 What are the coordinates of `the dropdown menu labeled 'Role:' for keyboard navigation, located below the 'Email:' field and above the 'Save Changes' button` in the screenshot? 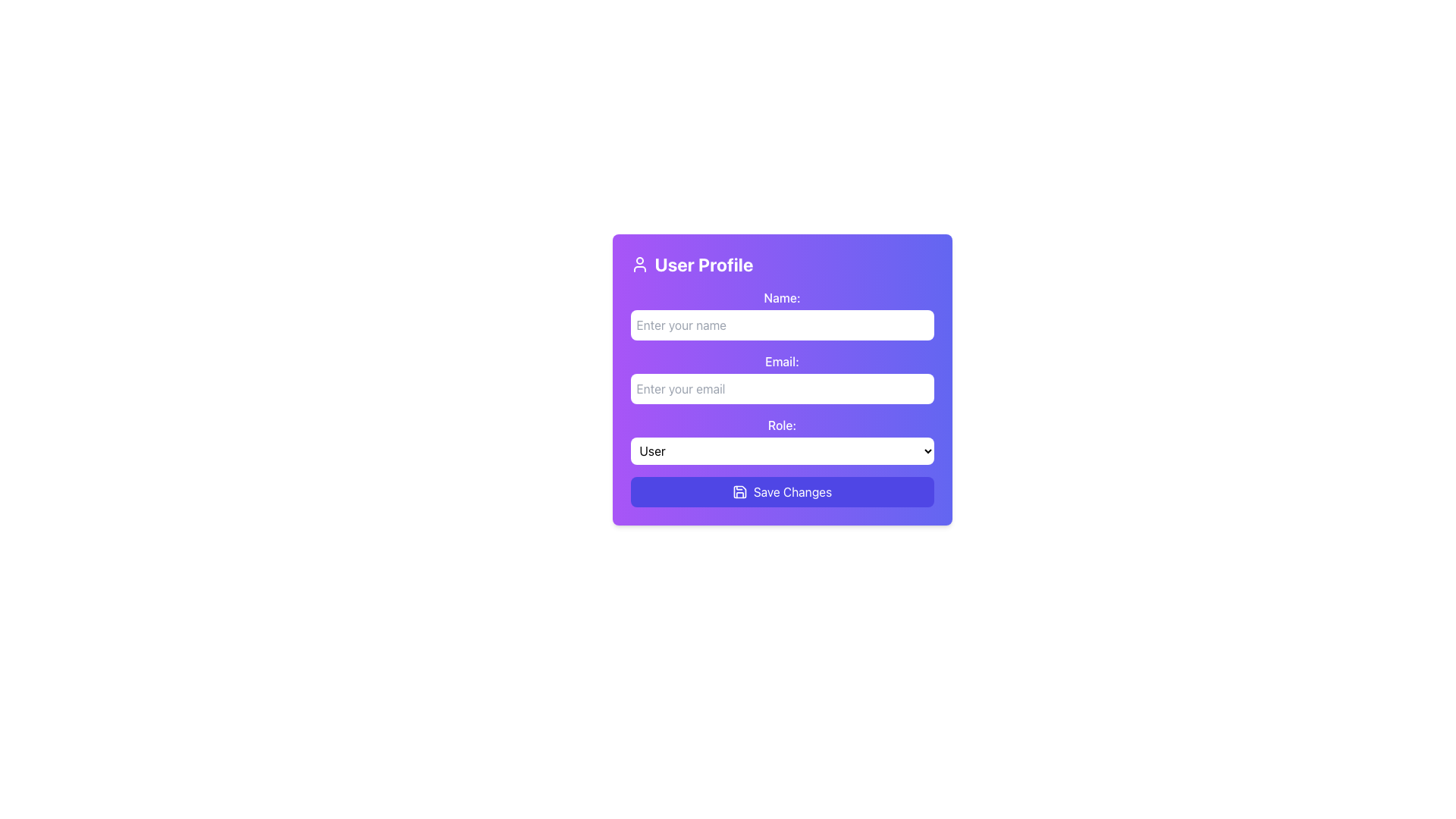 It's located at (782, 450).